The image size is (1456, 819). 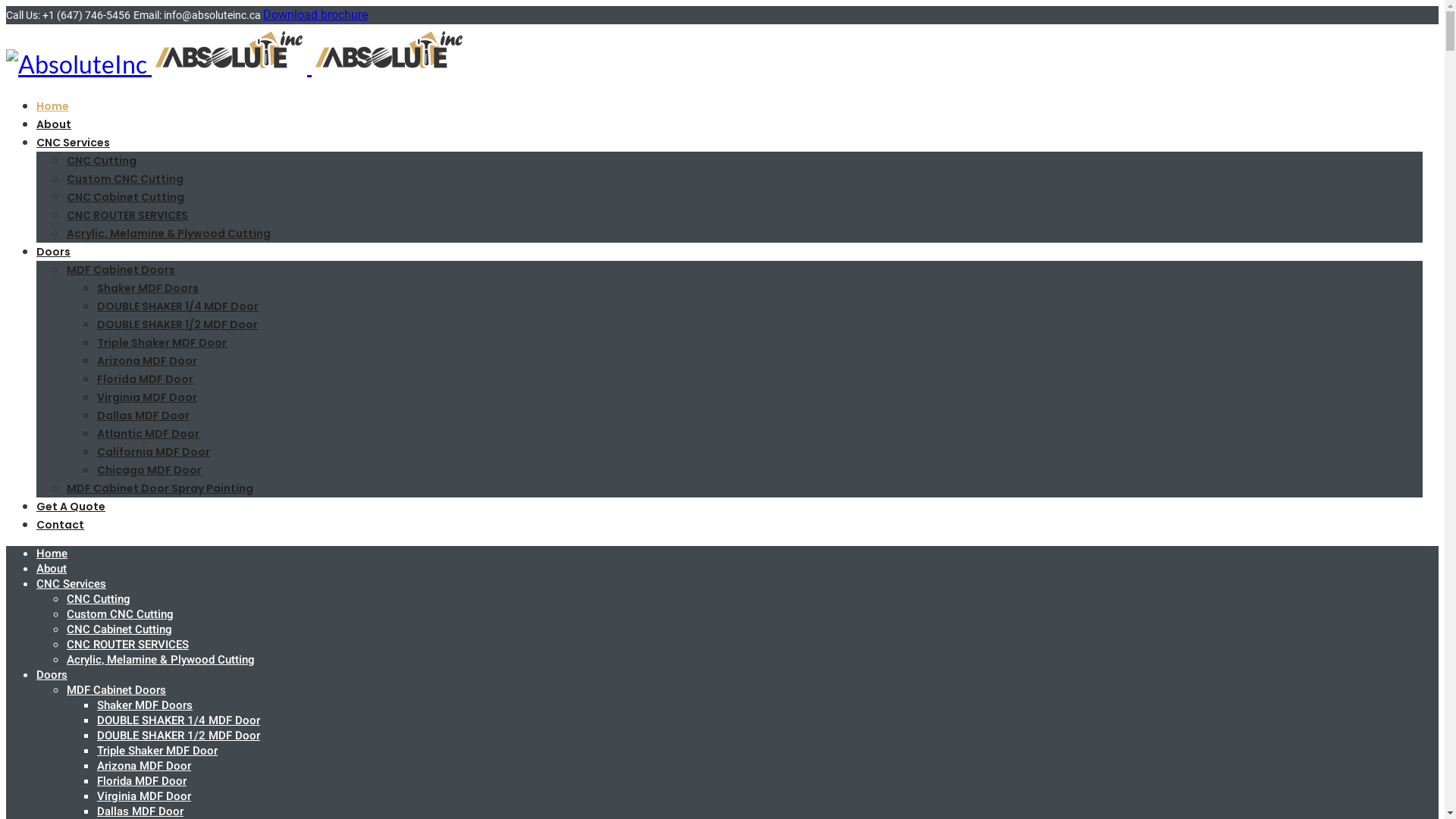 What do you see at coordinates (127, 644) in the screenshot?
I see `'CNC ROUTER SERVICES'` at bounding box center [127, 644].